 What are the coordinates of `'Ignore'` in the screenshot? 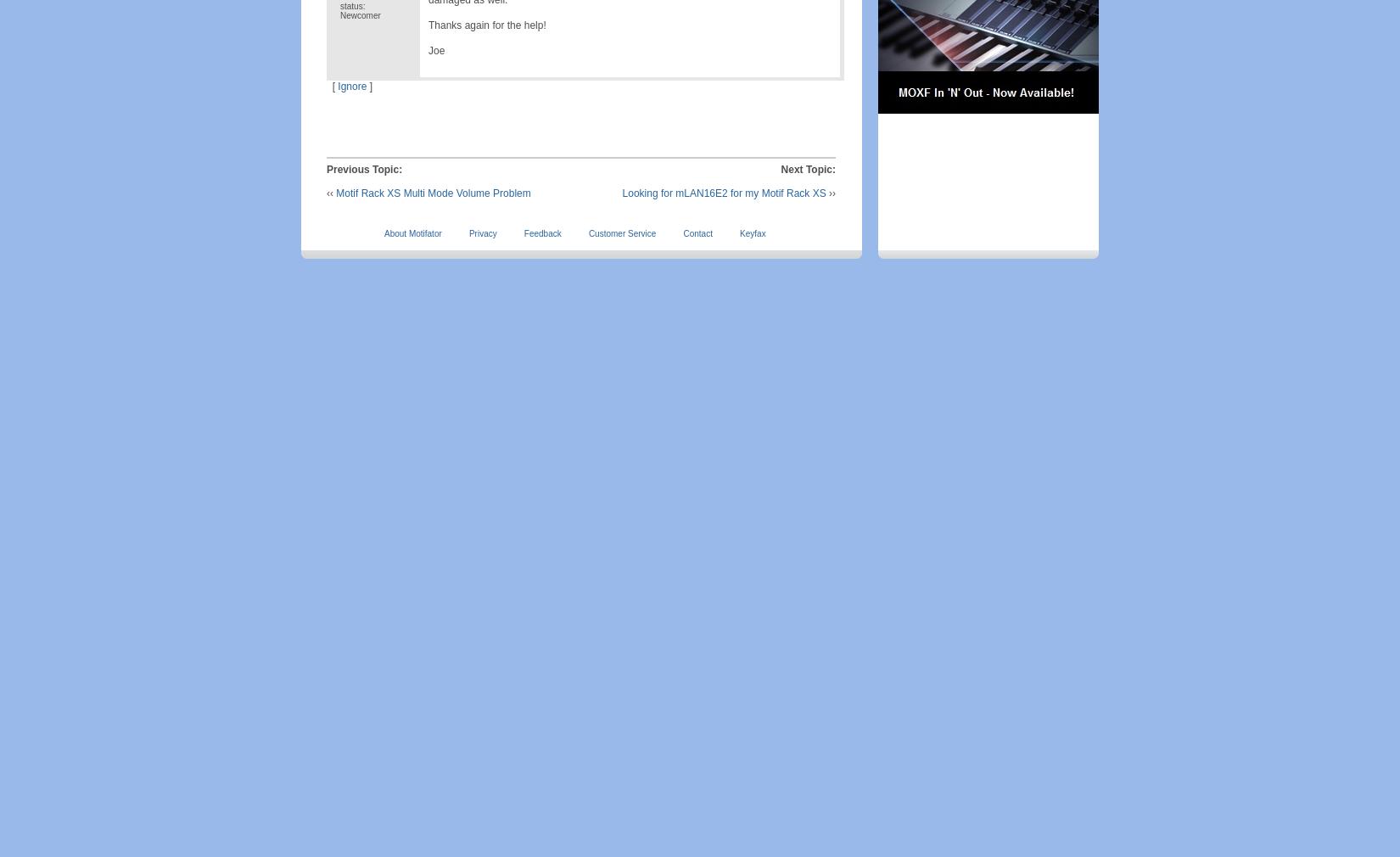 It's located at (350, 86).